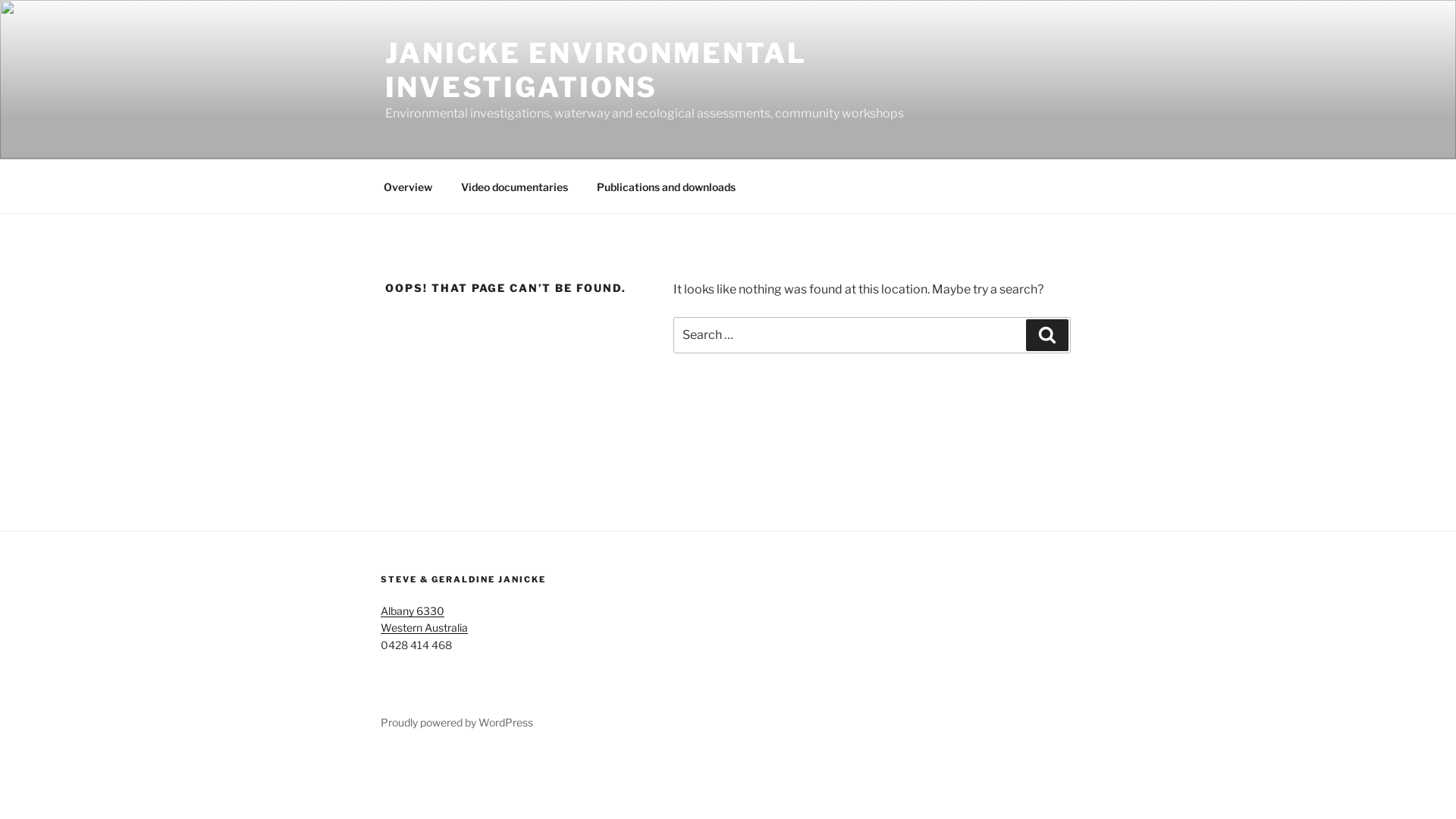 The image size is (1456, 819). Describe the element at coordinates (1026, 334) in the screenshot. I see `'Search'` at that location.